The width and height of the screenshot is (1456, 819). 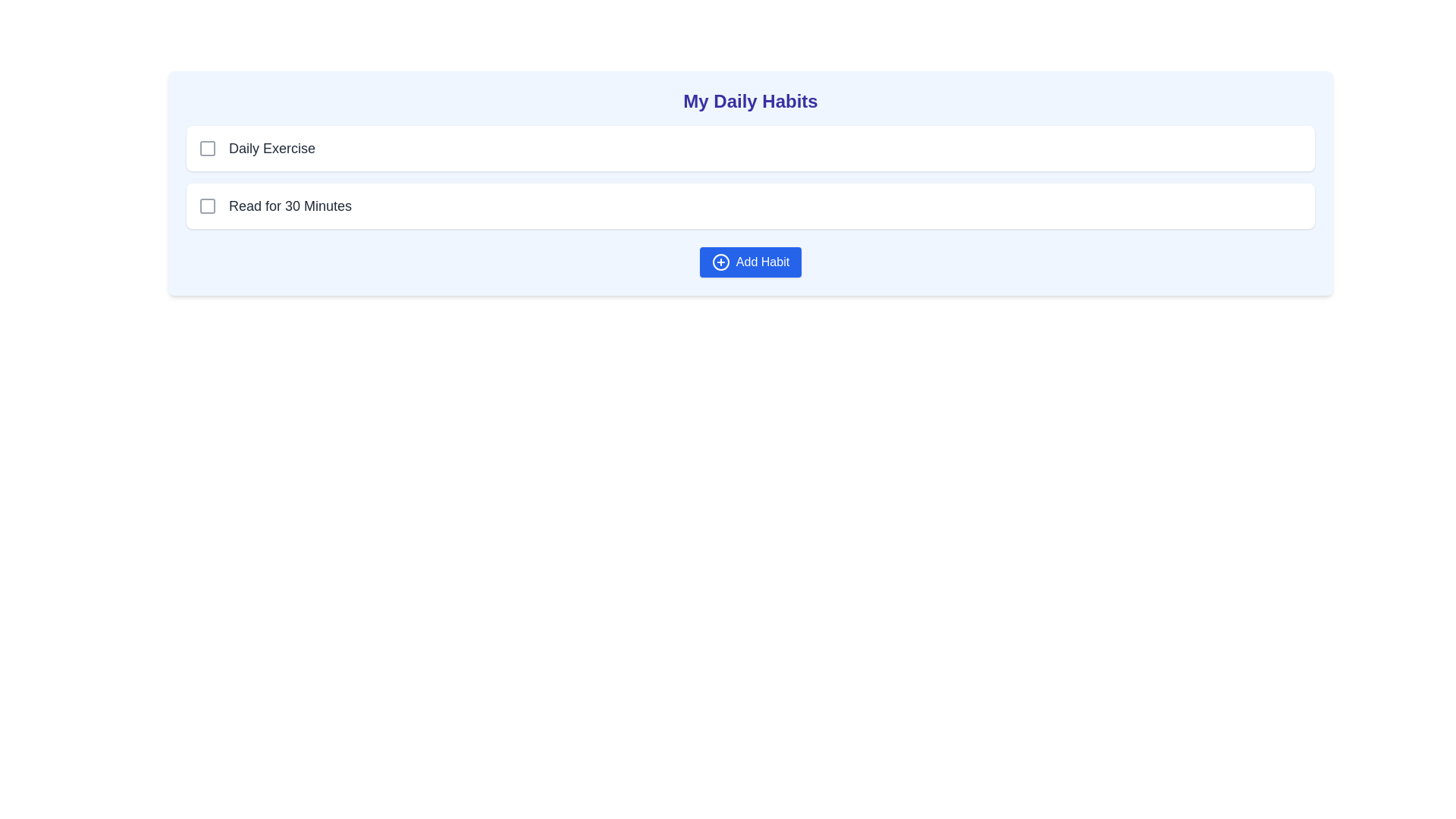 What do you see at coordinates (720, 262) in the screenshot?
I see `the circular icon with a plus sign located to the left of the 'Add Habit' text within the blue rectangular button` at bounding box center [720, 262].